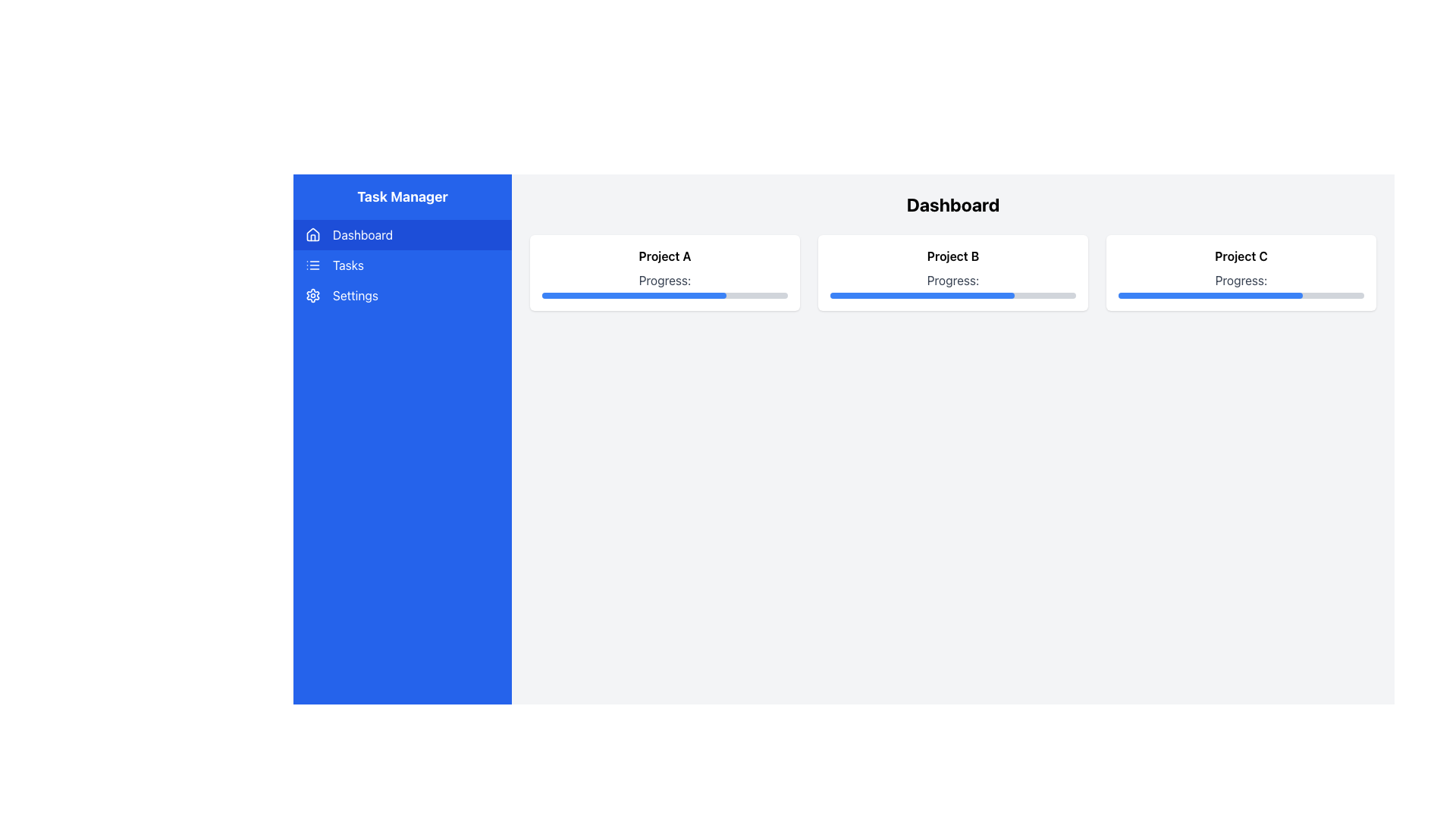  I want to click on text of the header label indicating the project title located at the top of the second card in a three-card layout, so click(952, 256).